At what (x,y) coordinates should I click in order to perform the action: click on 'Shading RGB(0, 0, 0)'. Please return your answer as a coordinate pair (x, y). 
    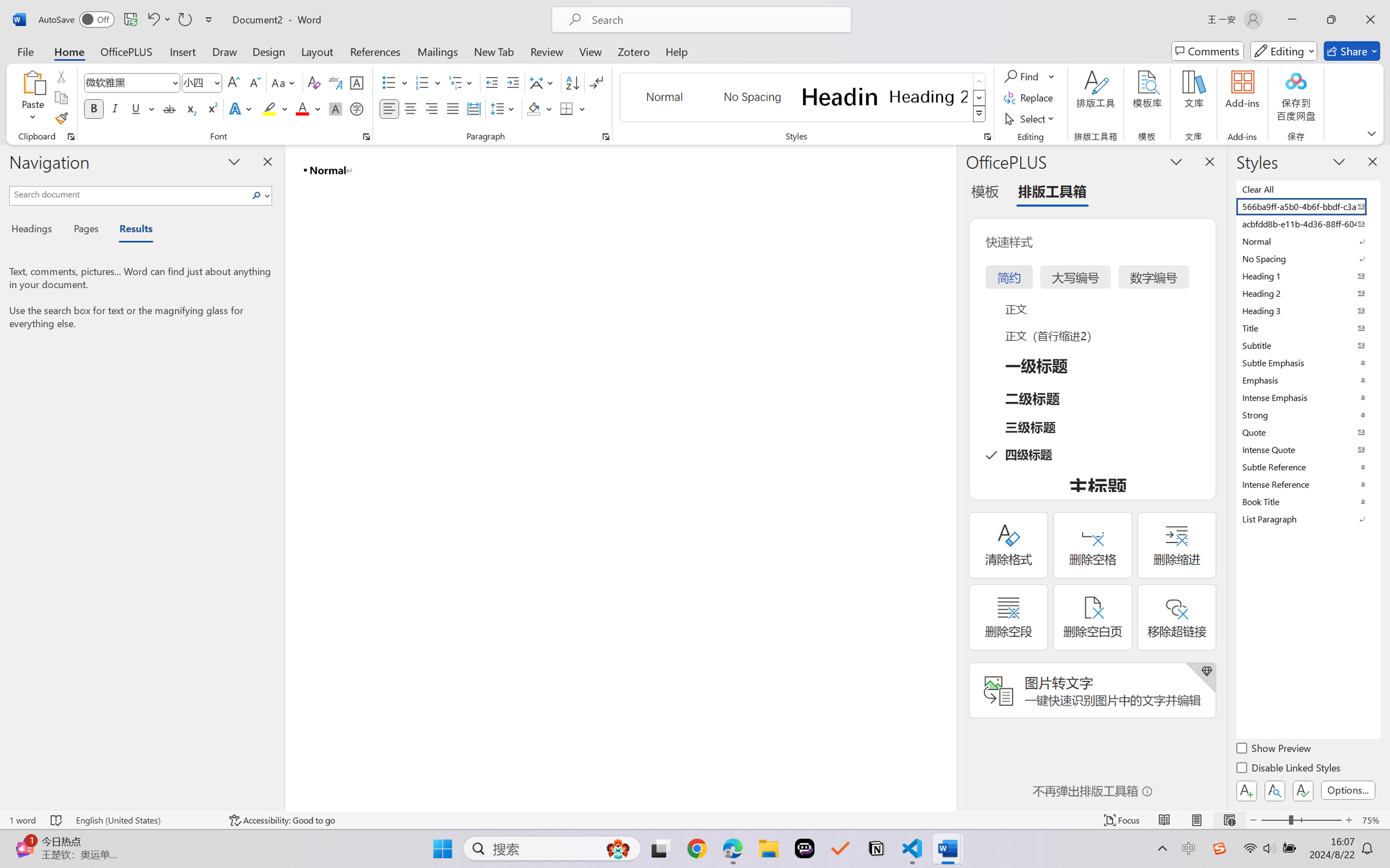
    Looking at the image, I should click on (533, 108).